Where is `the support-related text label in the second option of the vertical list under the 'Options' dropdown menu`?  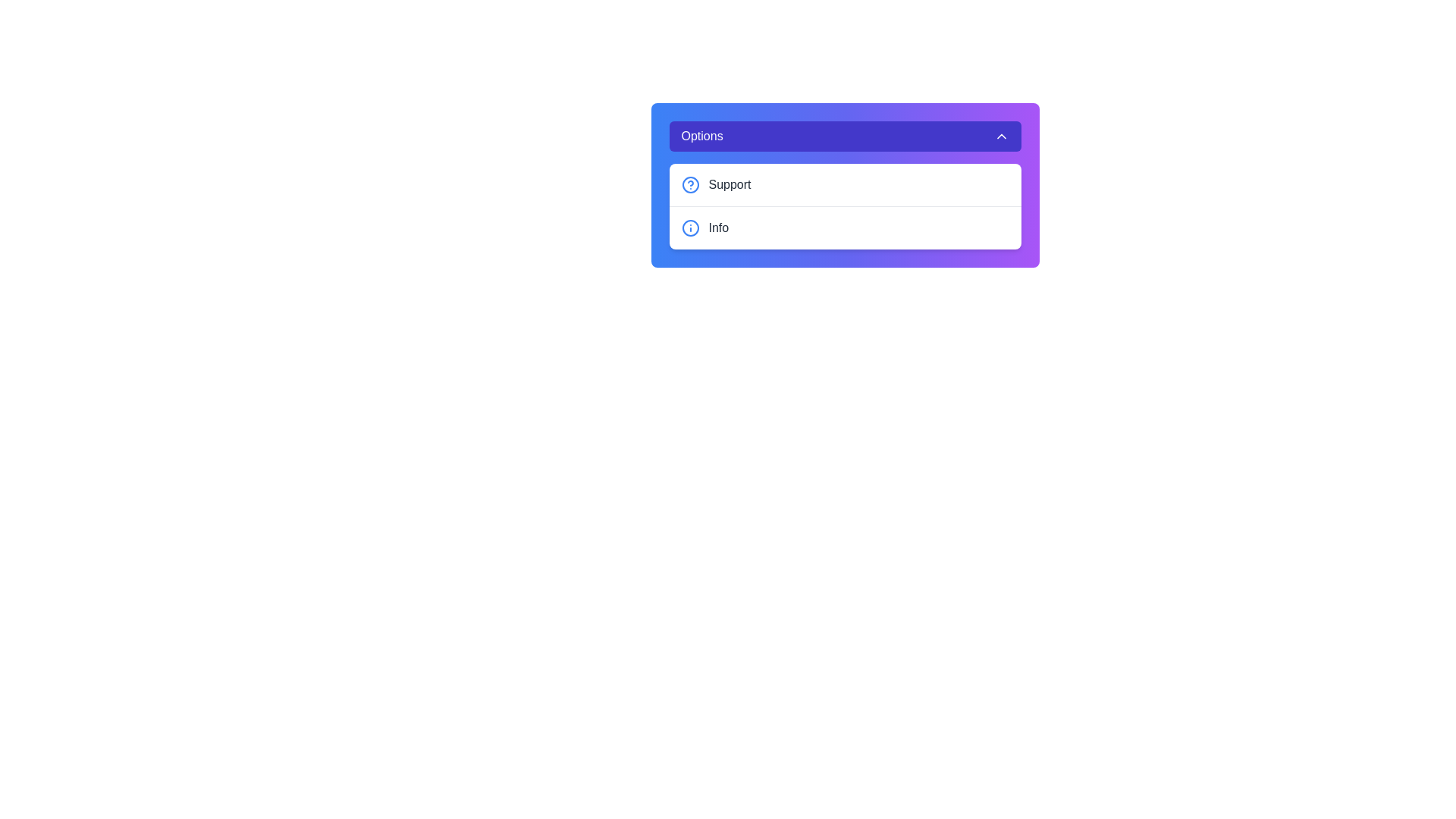
the support-related text label in the second option of the vertical list under the 'Options' dropdown menu is located at coordinates (730, 184).